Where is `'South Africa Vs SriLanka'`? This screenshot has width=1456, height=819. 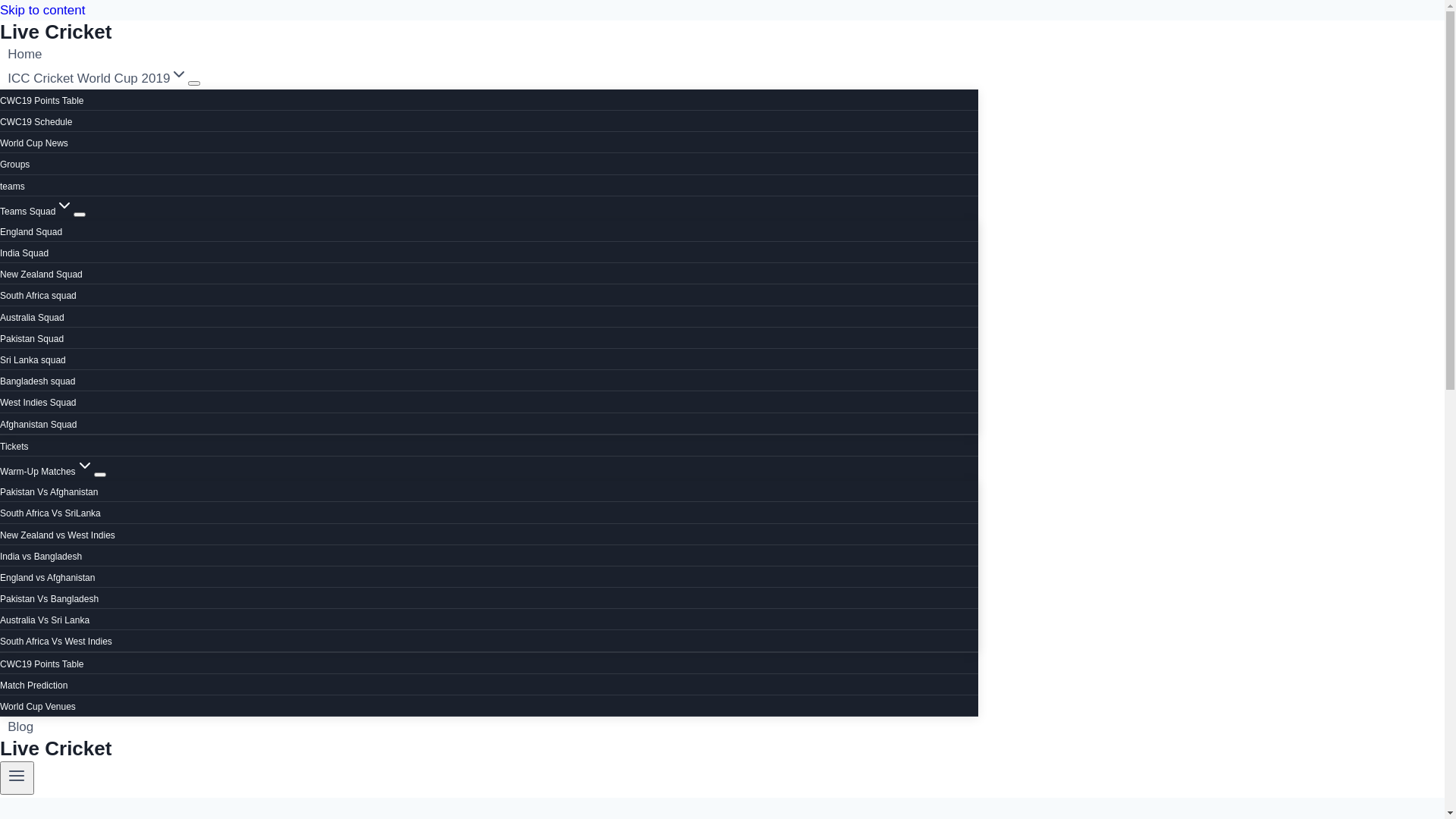
'South Africa Vs SriLanka' is located at coordinates (50, 513).